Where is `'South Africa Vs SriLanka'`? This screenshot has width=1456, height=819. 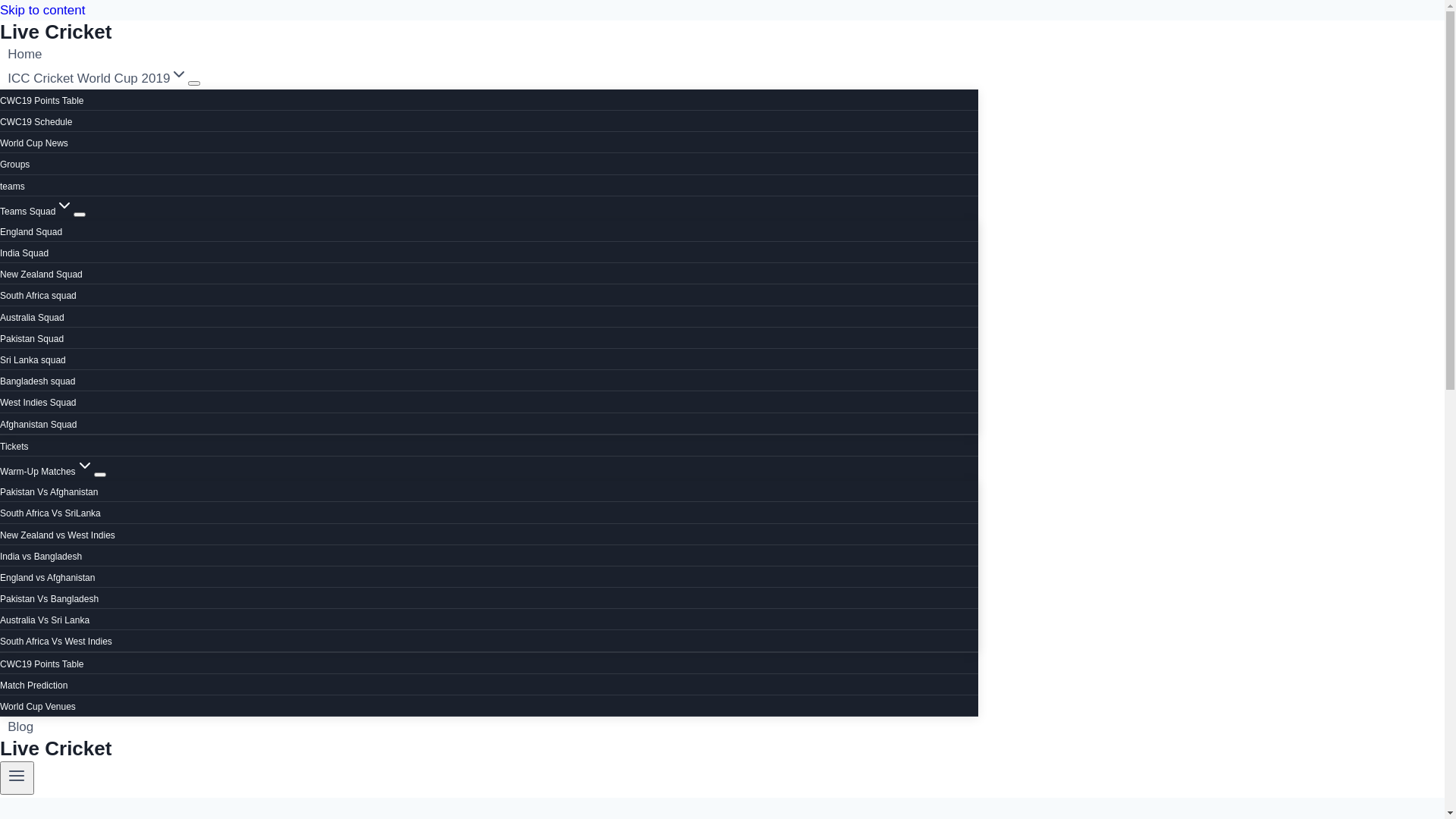
'South Africa Vs SriLanka' is located at coordinates (50, 513).